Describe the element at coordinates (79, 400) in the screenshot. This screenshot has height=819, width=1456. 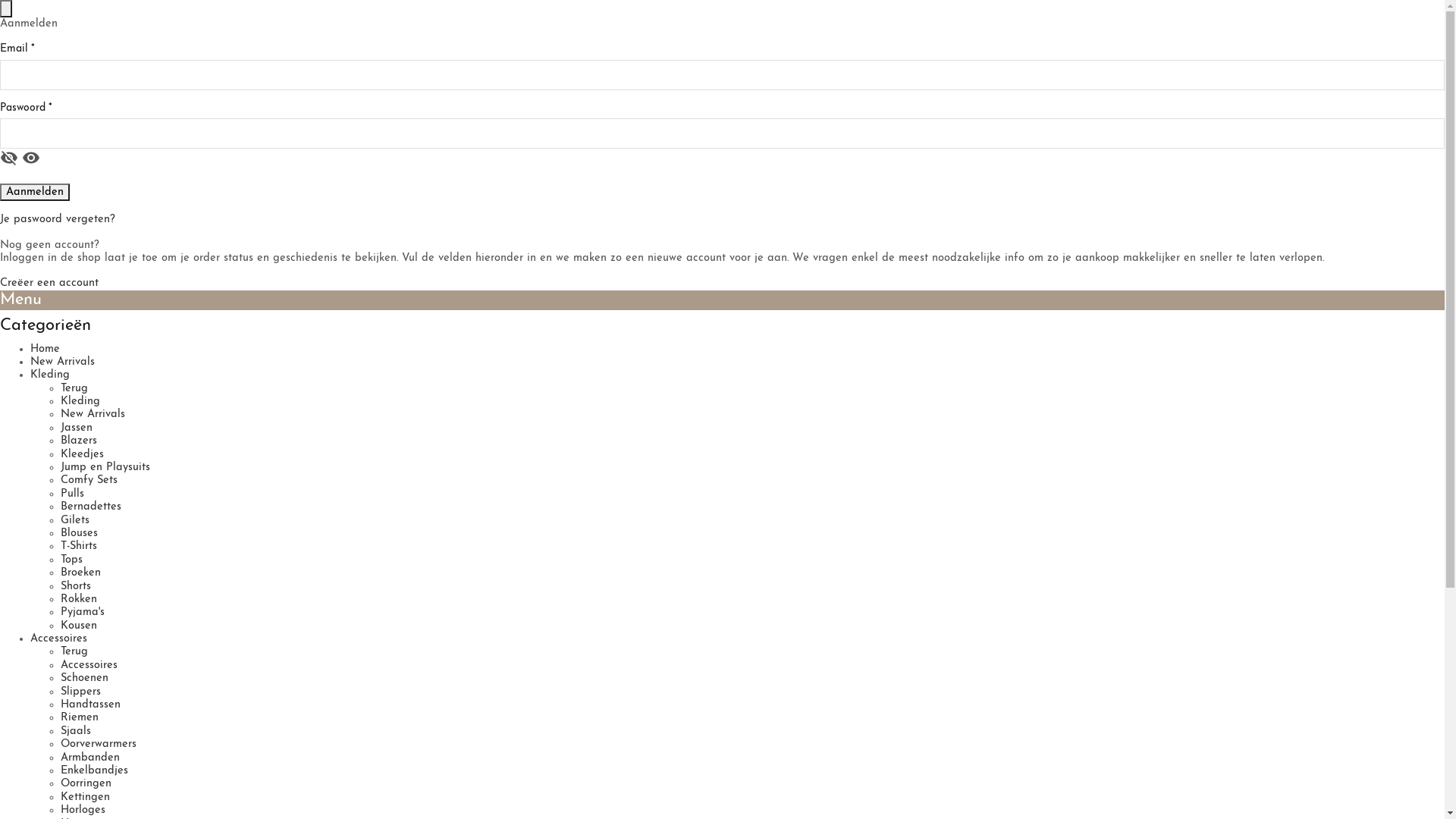
I see `'Kleding'` at that location.